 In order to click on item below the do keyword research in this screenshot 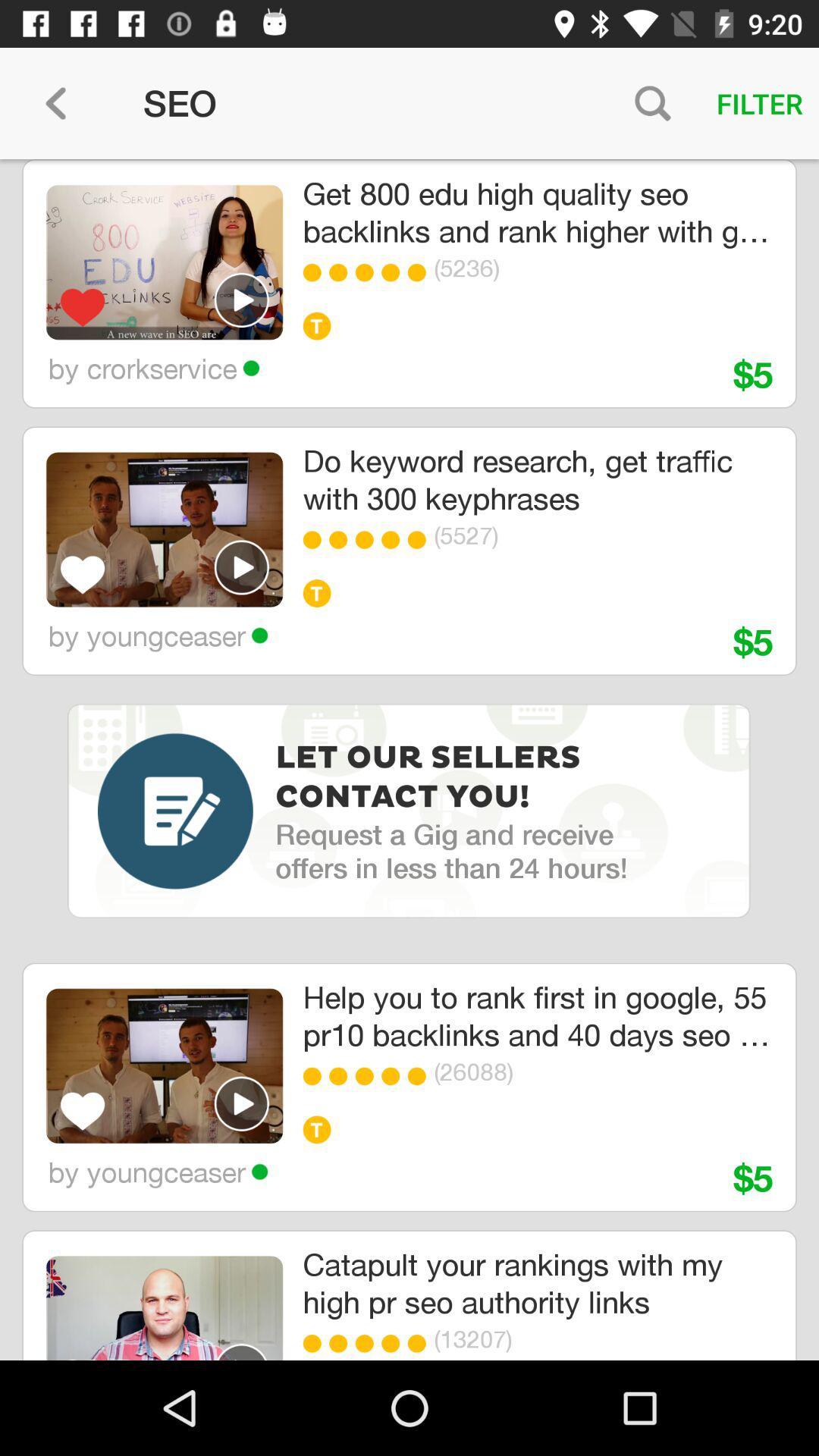, I will do `click(394, 540)`.